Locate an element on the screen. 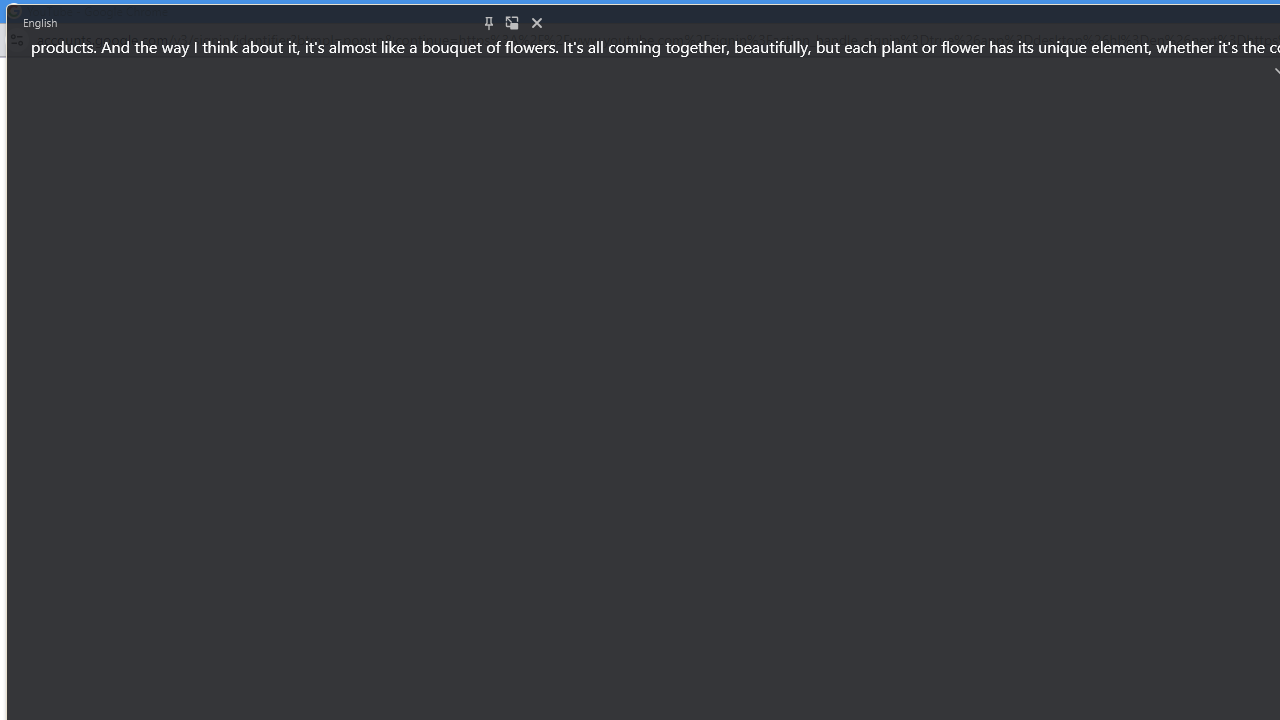 The image size is (1280, 720). 'Turn off Live Caption for now' is located at coordinates (536, 23).